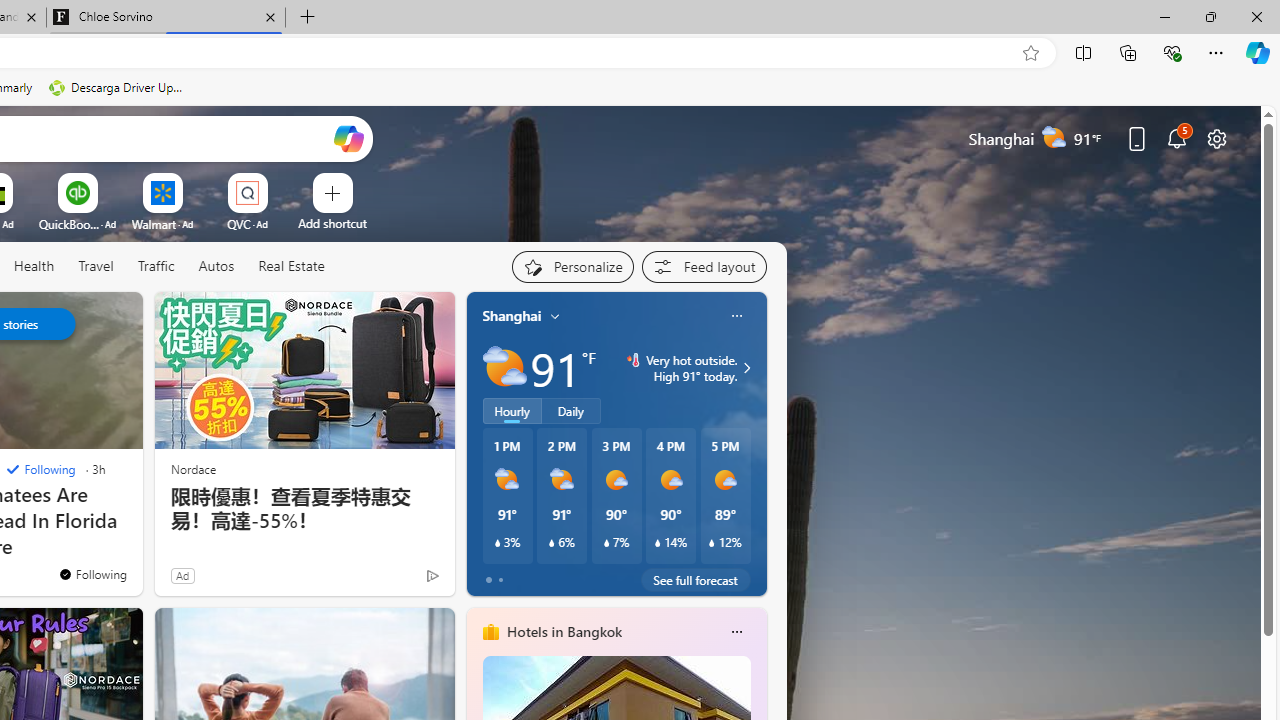 The image size is (1280, 720). What do you see at coordinates (504, 368) in the screenshot?
I see `'Partly sunny'` at bounding box center [504, 368].